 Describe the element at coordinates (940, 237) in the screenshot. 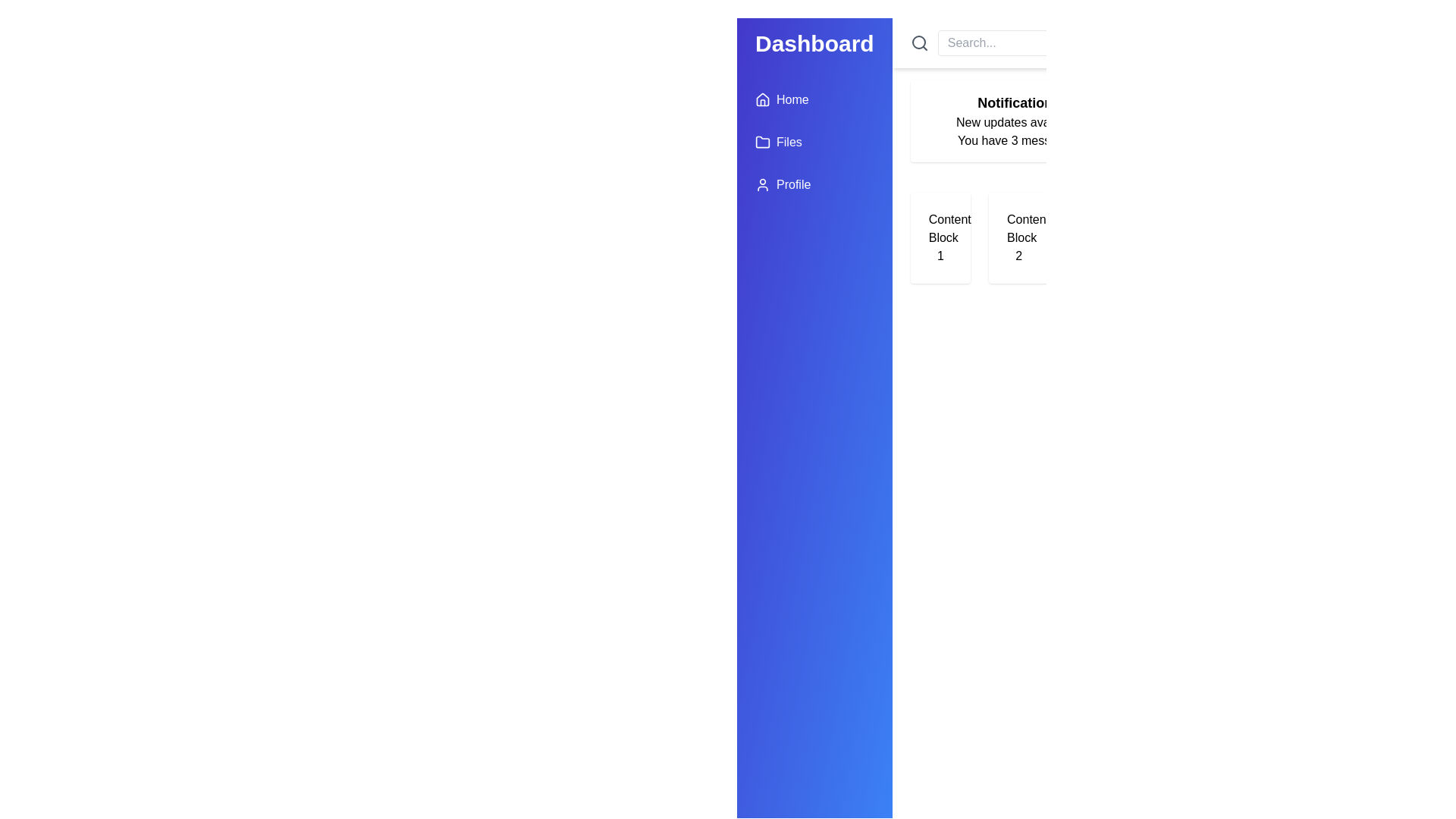

I see `the left-most content block in the grid layout` at that location.